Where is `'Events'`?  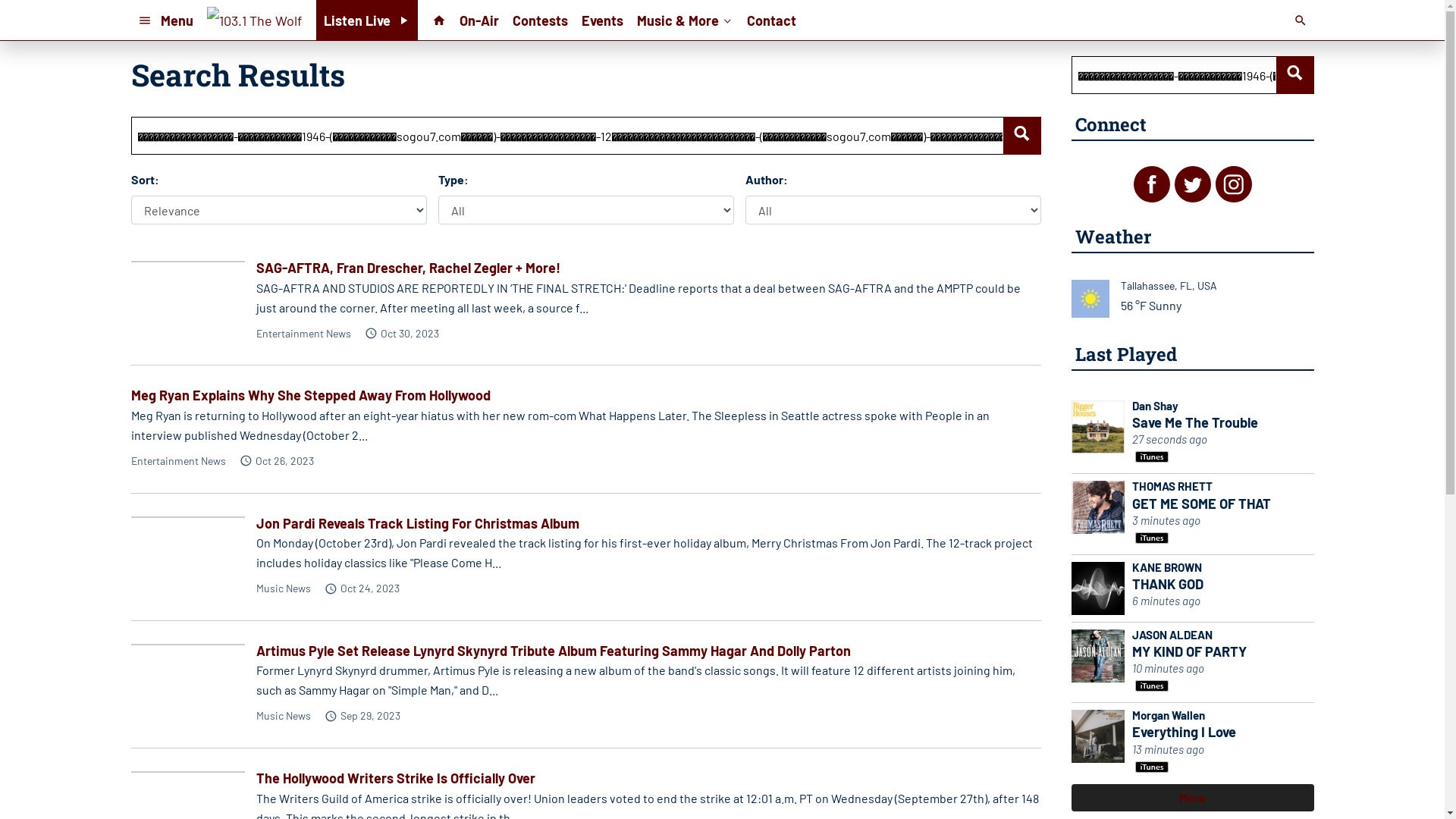
'Events' is located at coordinates (601, 20).